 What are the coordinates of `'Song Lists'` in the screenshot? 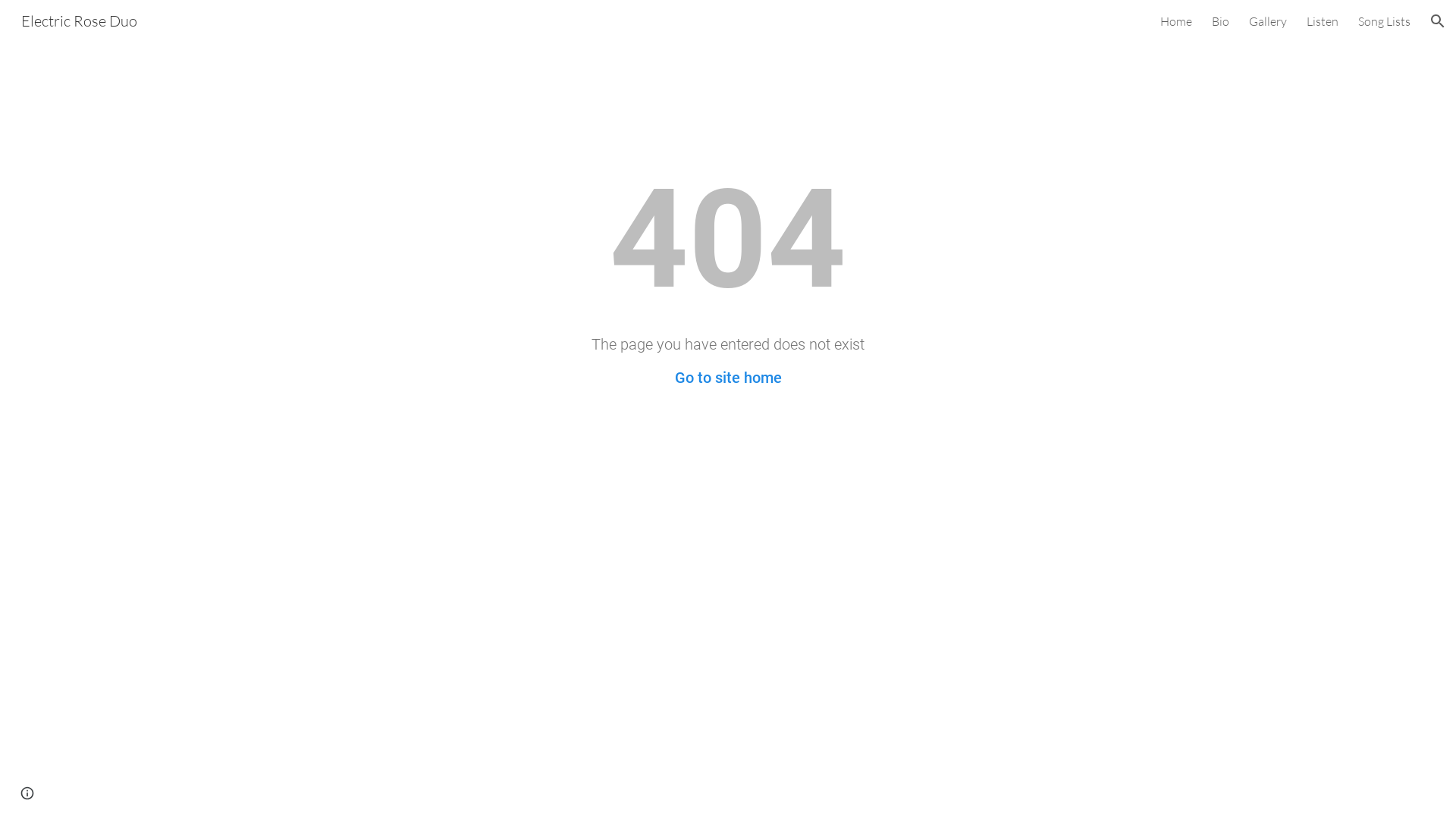 It's located at (1384, 20).